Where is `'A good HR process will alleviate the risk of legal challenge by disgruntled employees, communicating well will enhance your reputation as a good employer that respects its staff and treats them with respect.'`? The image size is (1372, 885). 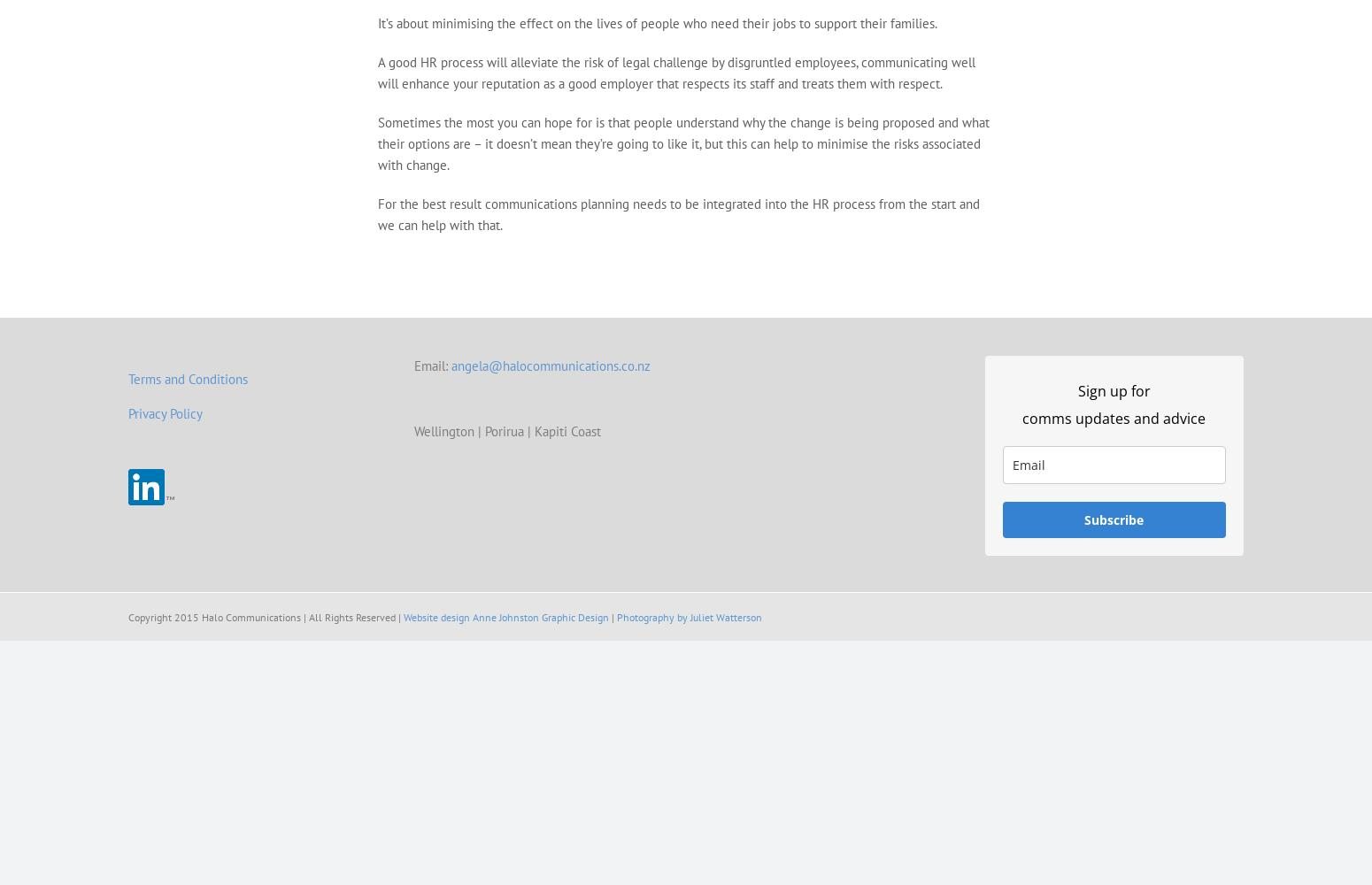
'A good HR process will alleviate the risk of legal challenge by disgruntled employees, communicating well will enhance your reputation as a good employer that respects its staff and treats them with respect.' is located at coordinates (676, 72).